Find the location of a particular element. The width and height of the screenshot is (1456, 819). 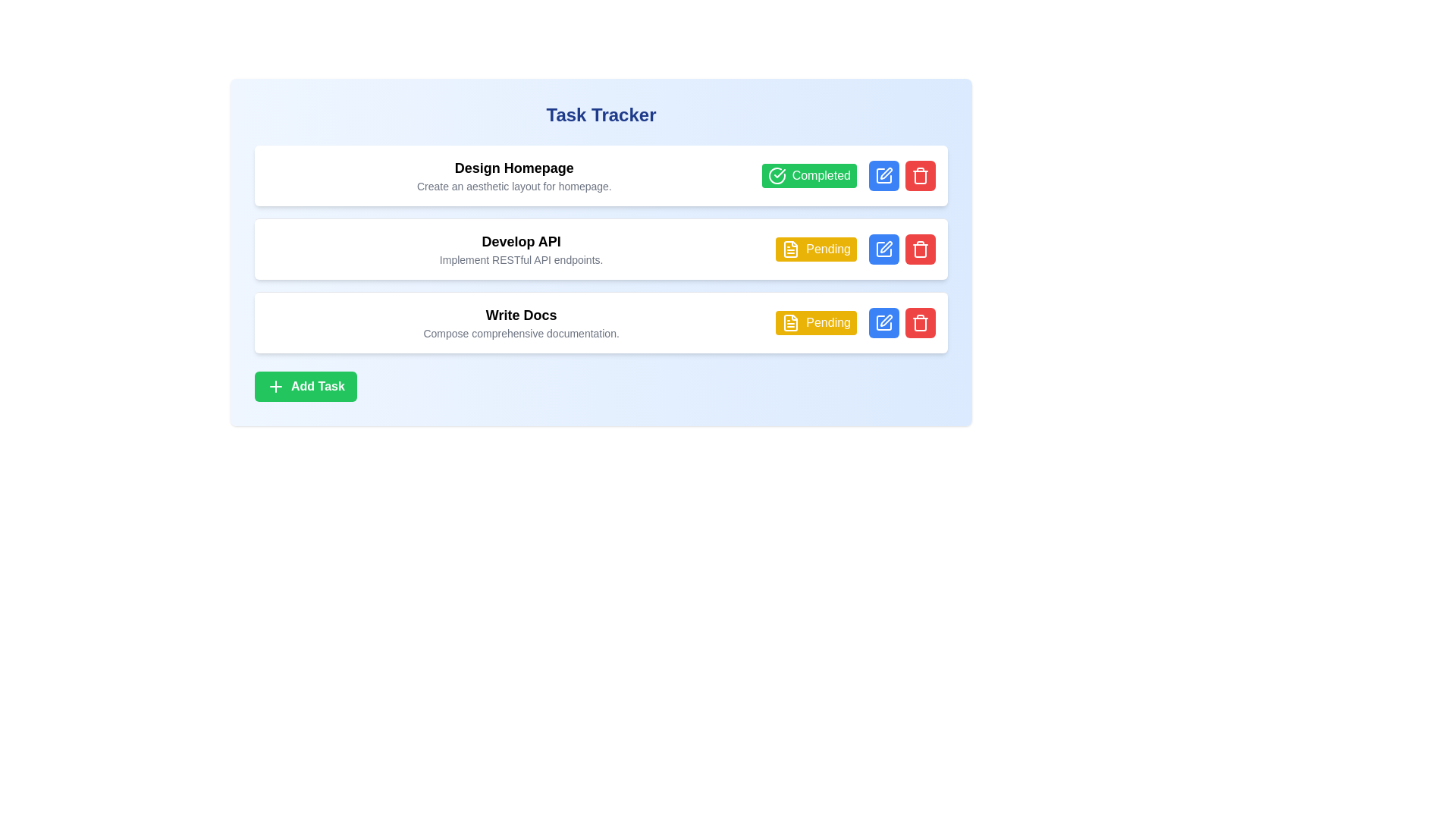

the 'Add Task' button with a bright green background and white bold text is located at coordinates (305, 385).